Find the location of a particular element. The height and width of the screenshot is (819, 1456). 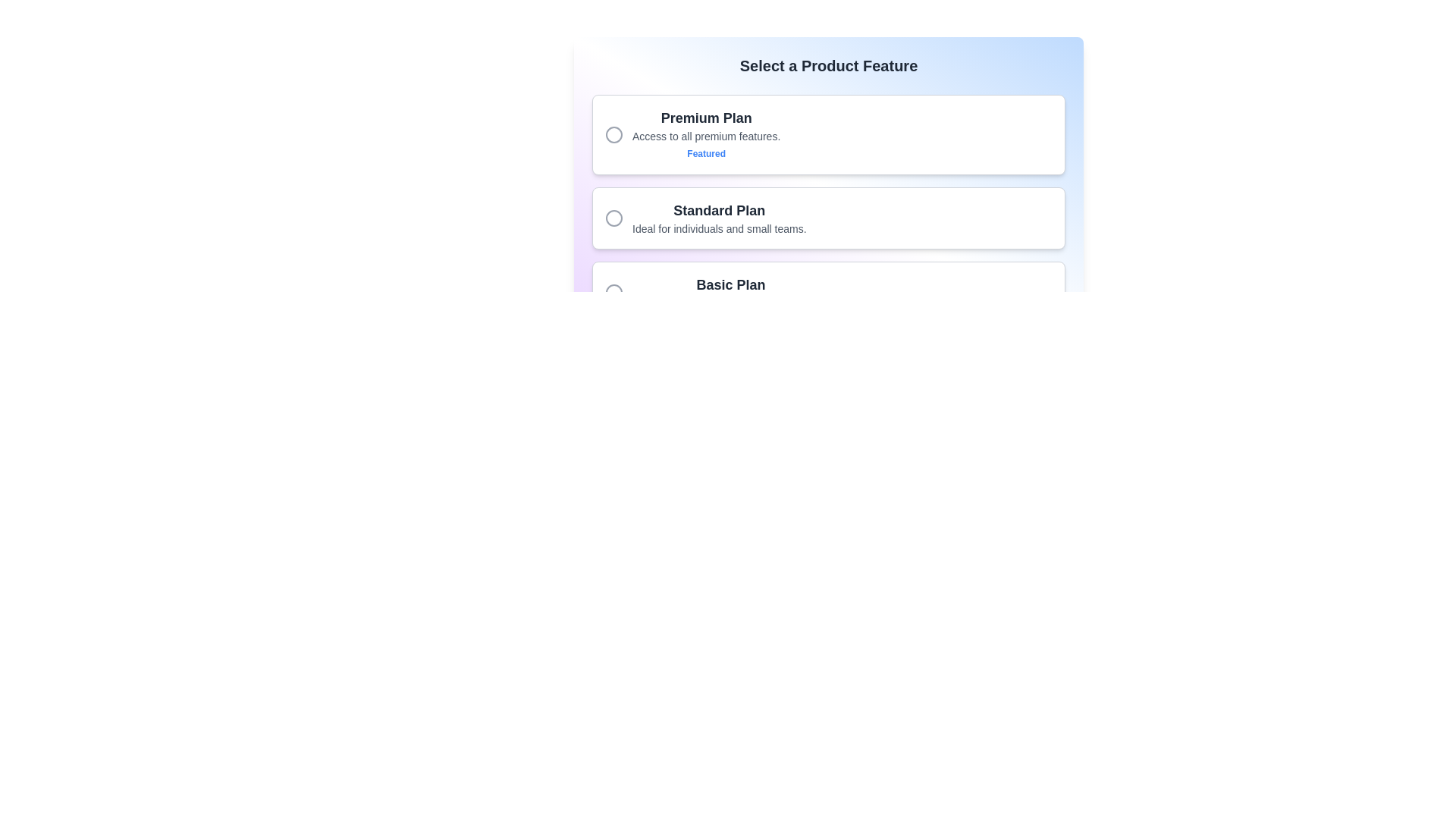

the 'Premium Plan' static text block within the card component, which displays the title in bold and larger font, along with the description and 'Featured' label in smaller blue font is located at coordinates (705, 133).